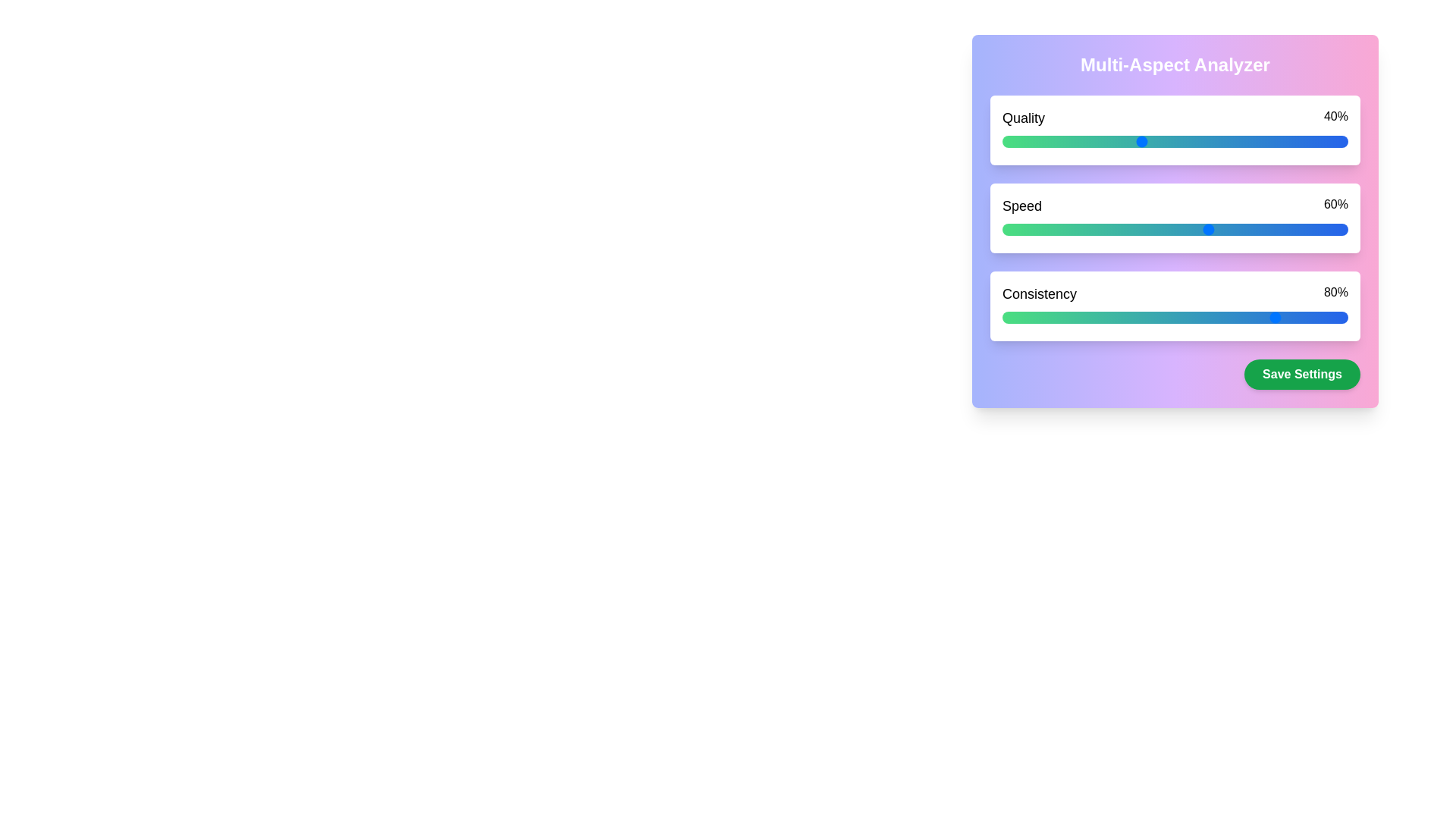  I want to click on the slider value, so click(1040, 317).